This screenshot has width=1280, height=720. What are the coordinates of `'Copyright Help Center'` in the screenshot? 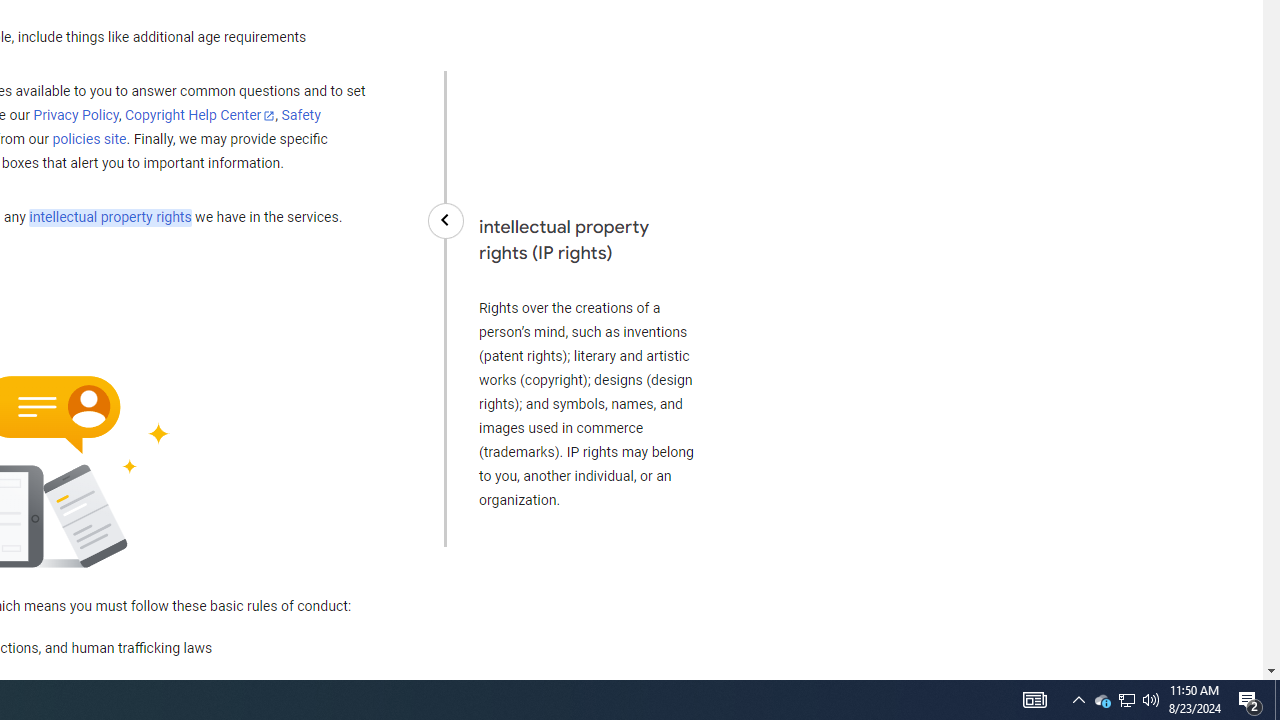 It's located at (200, 116).